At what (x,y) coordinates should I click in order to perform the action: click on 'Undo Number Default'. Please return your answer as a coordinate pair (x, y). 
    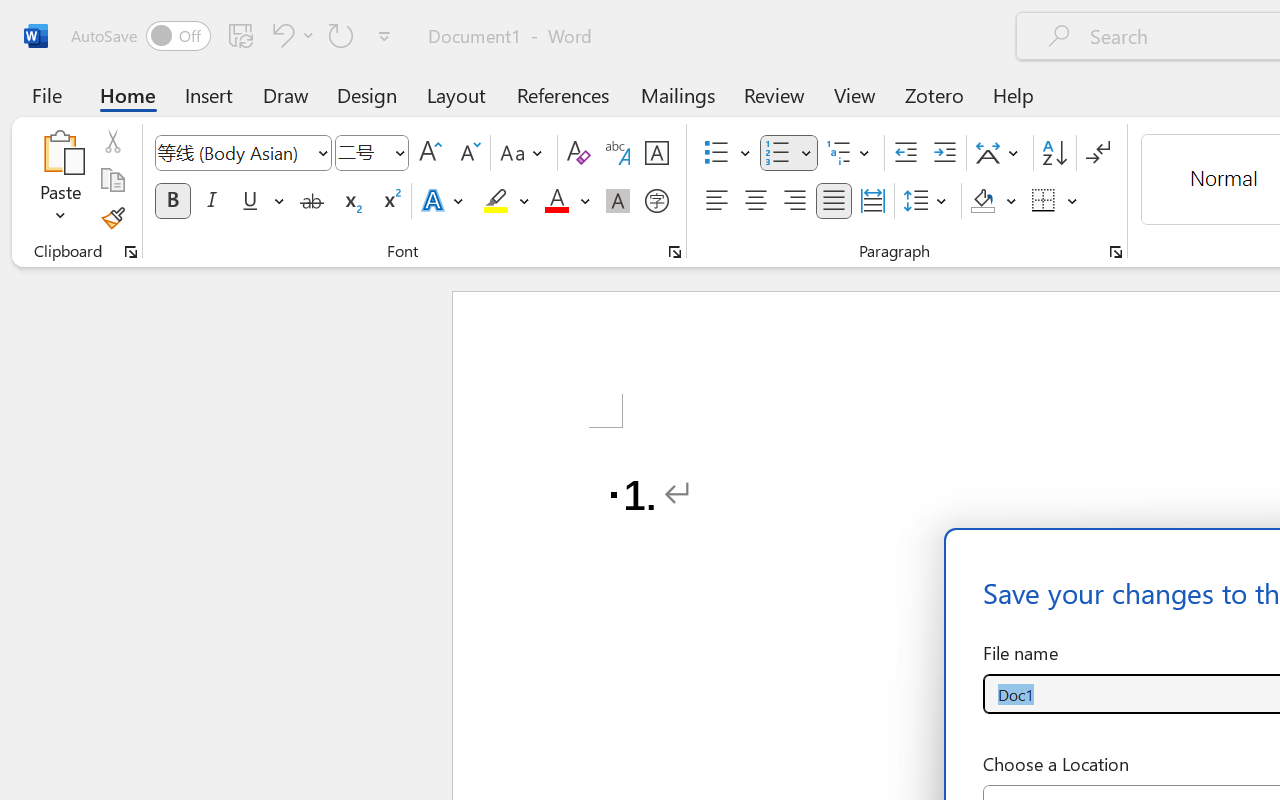
    Looking at the image, I should click on (289, 34).